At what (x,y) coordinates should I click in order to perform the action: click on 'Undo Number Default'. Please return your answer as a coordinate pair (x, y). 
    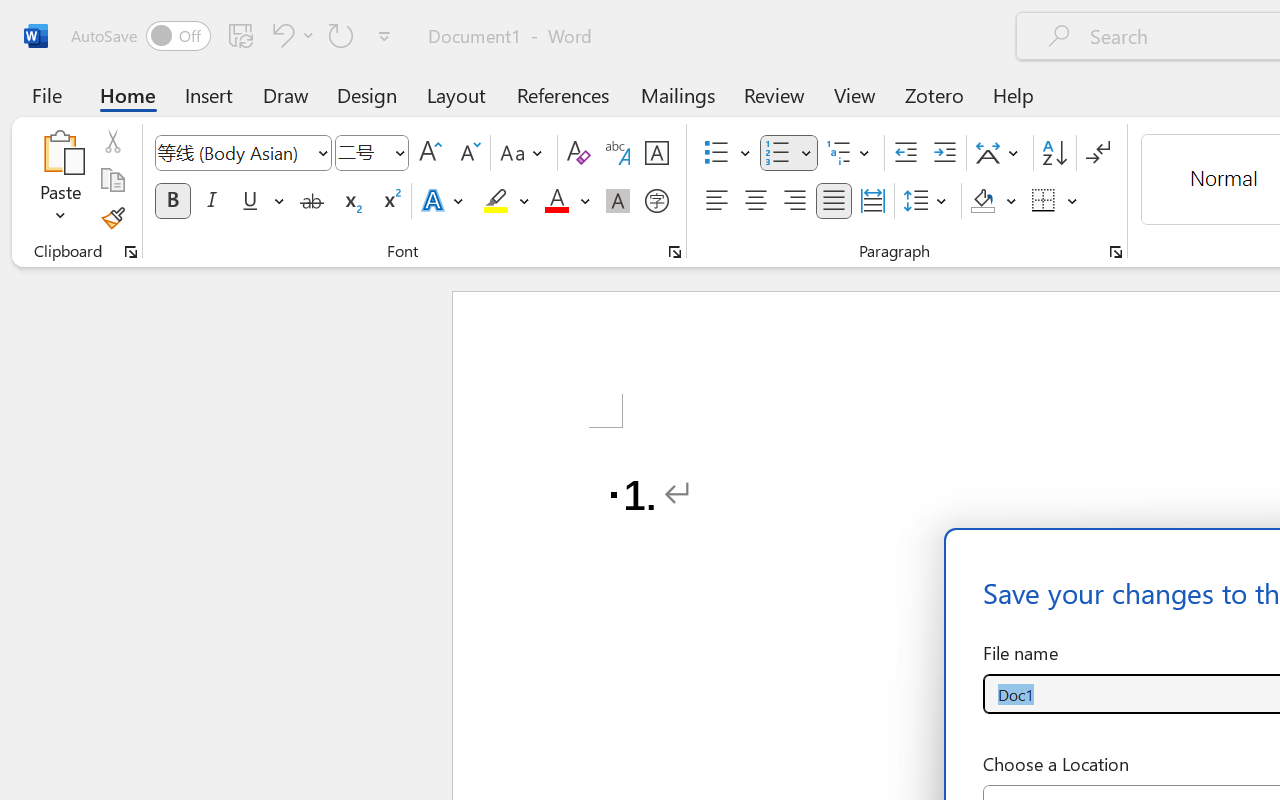
    Looking at the image, I should click on (289, 34).